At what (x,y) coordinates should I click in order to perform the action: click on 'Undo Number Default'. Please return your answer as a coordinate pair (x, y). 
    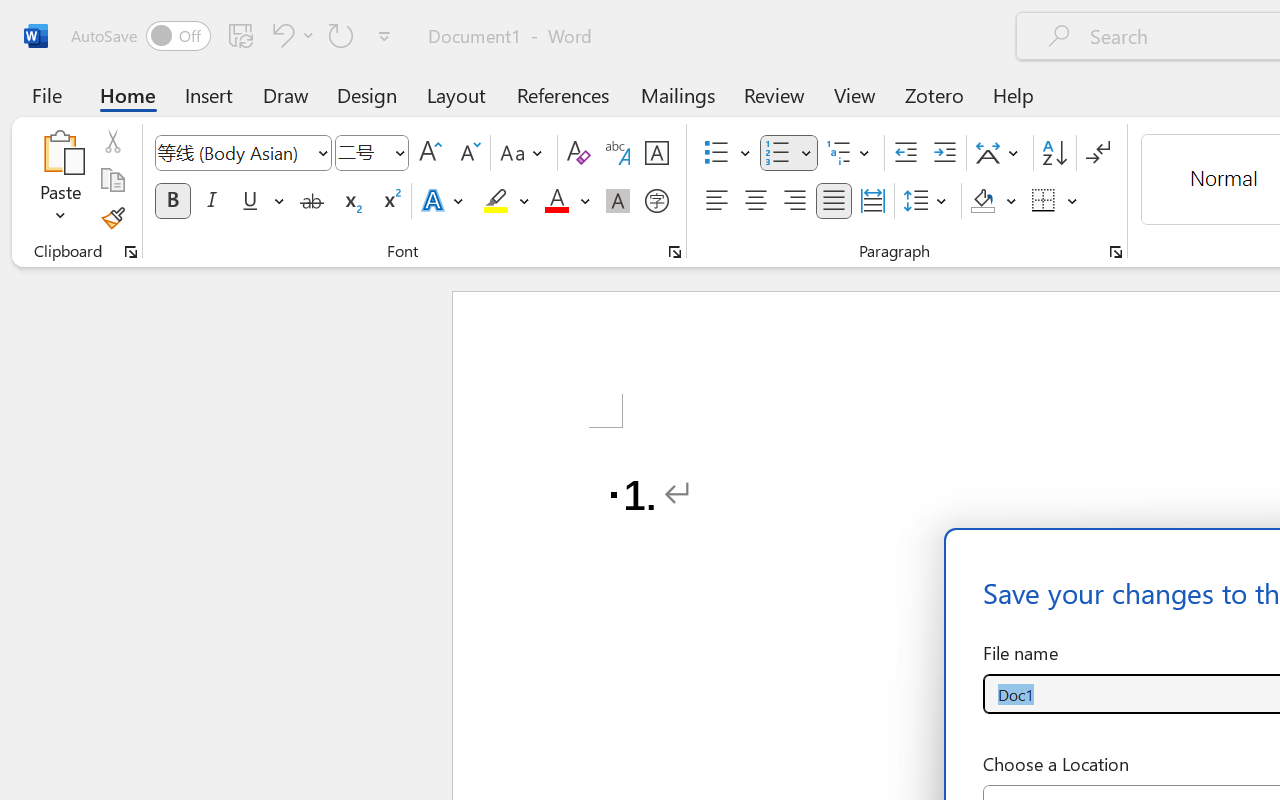
    Looking at the image, I should click on (289, 34).